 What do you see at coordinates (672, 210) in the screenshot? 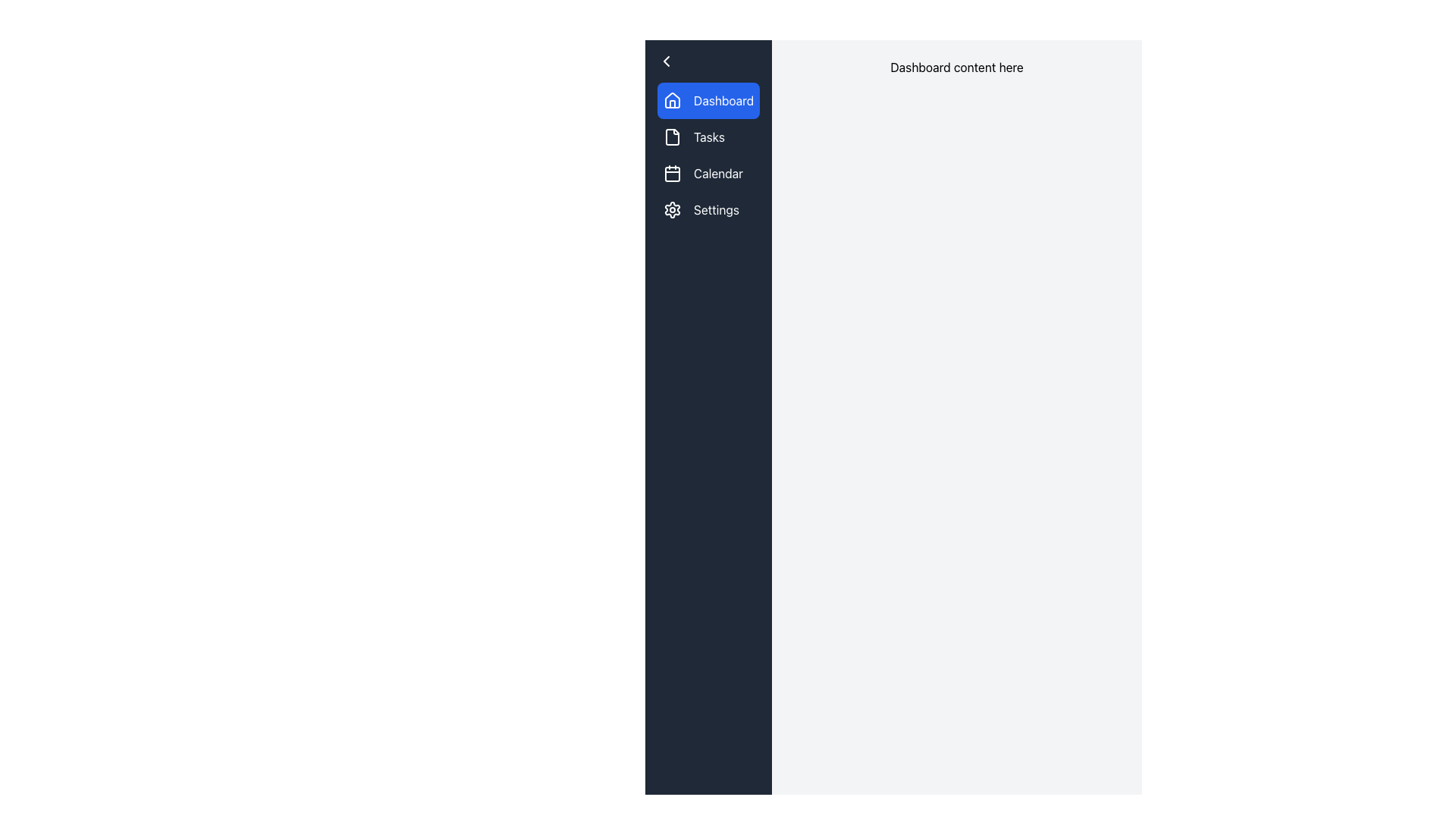
I see `on the settings icon resembling a cog or gear located in the sidebar navigation under the 'Settings' menu item` at bounding box center [672, 210].